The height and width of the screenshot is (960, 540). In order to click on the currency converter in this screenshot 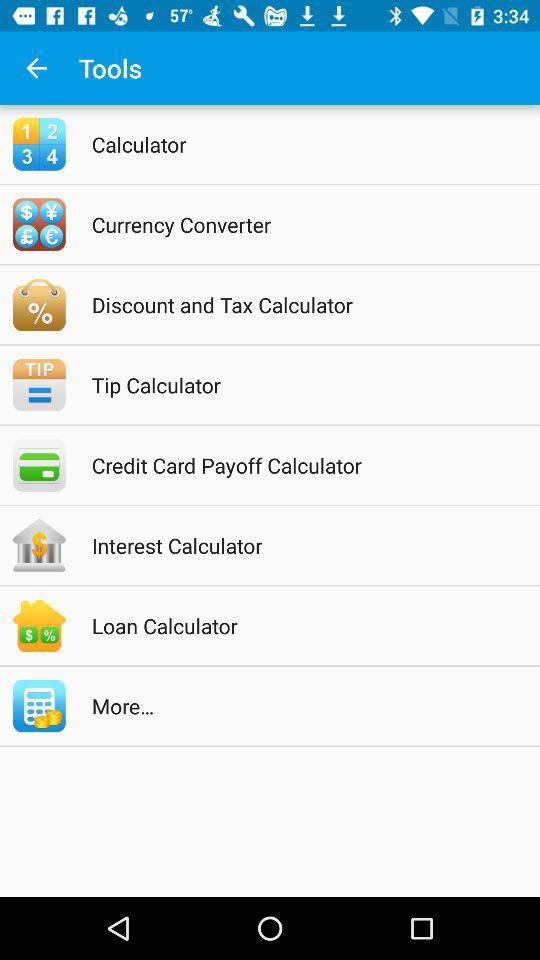, I will do `click(295, 224)`.